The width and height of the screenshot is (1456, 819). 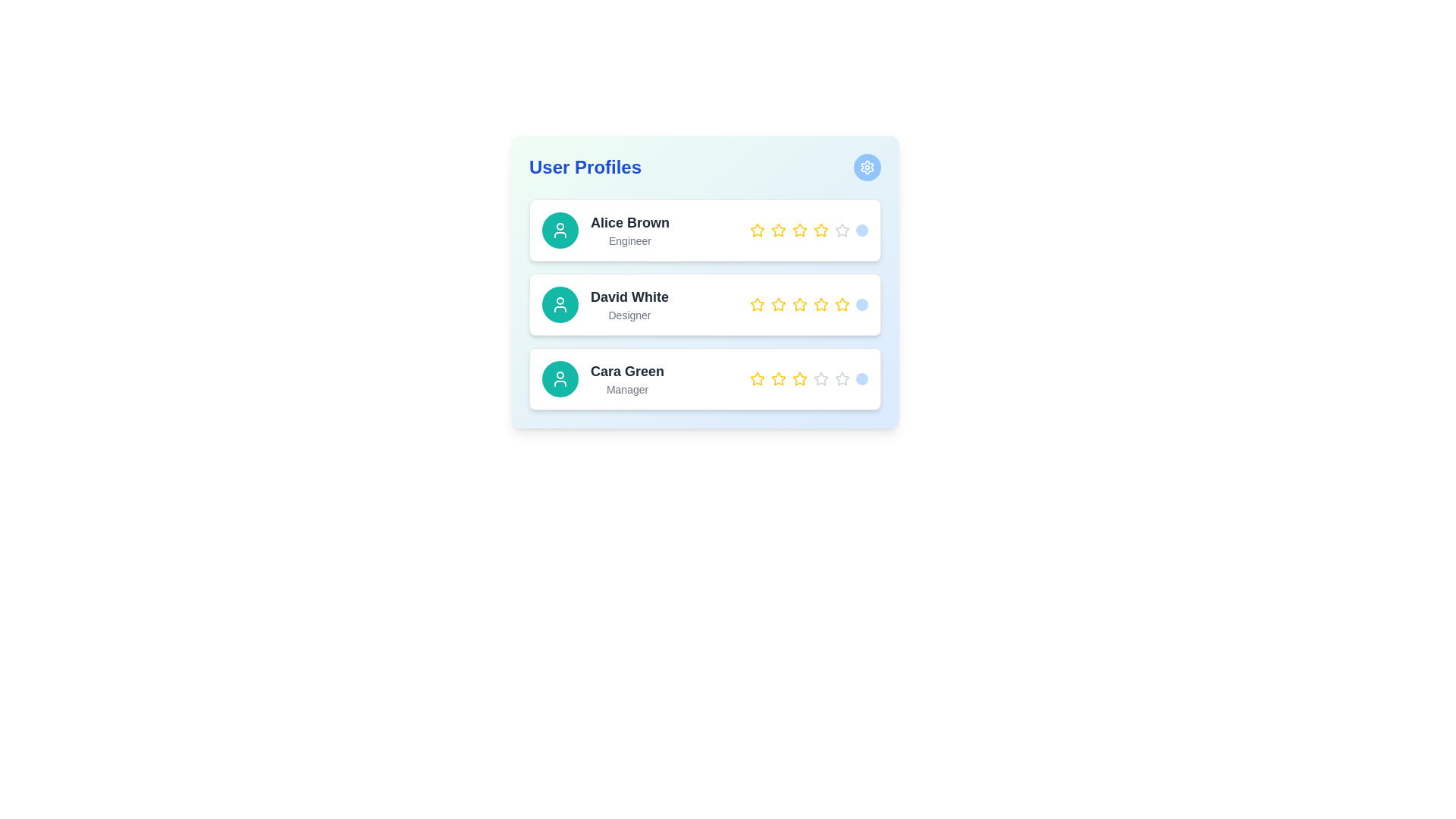 What do you see at coordinates (779, 378) in the screenshot?
I see `the second star` at bounding box center [779, 378].